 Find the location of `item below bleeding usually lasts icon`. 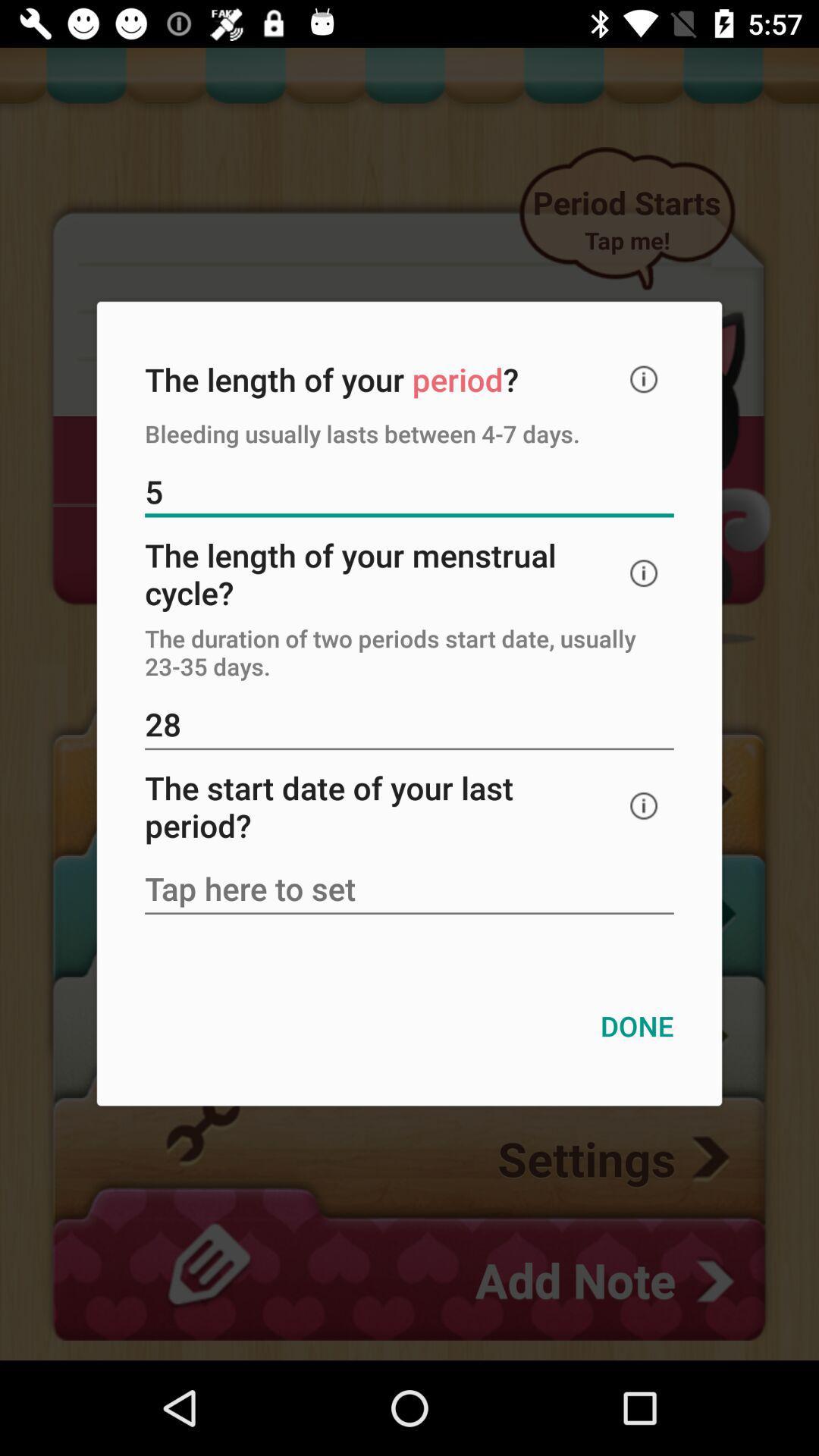

item below bleeding usually lasts icon is located at coordinates (409, 494).